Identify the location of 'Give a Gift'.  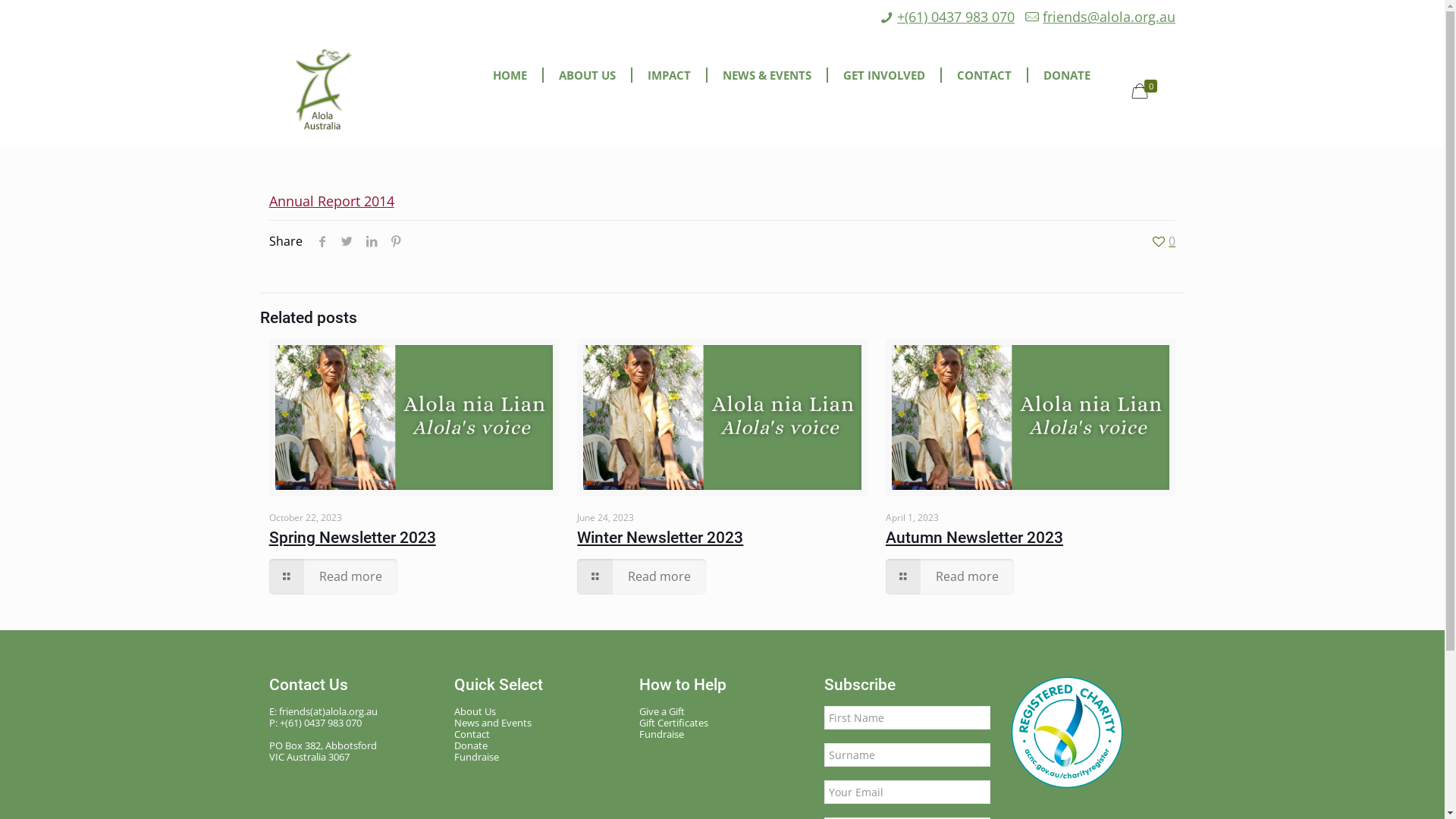
(722, 711).